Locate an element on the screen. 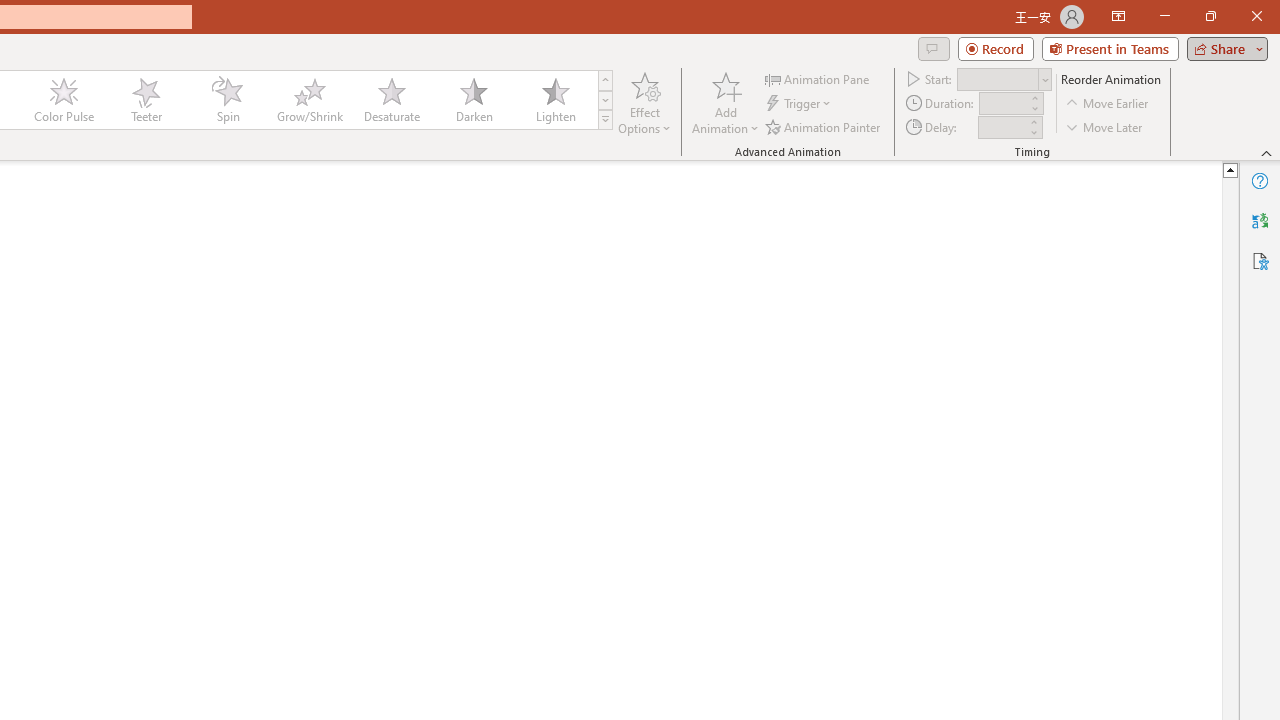  'Darken' is located at coordinates (472, 100).